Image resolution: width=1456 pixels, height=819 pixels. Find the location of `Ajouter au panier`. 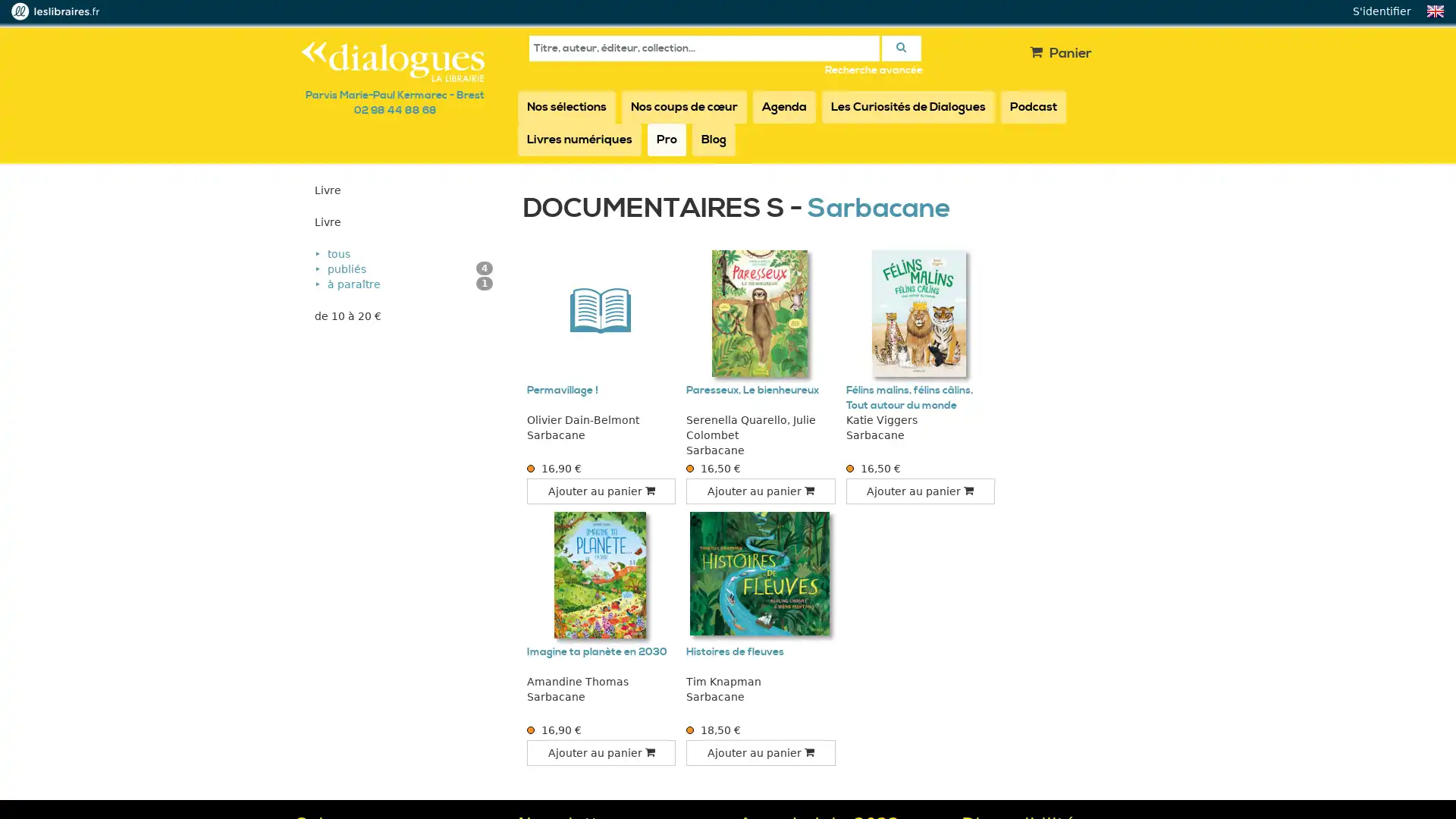

Ajouter au panier is located at coordinates (761, 491).